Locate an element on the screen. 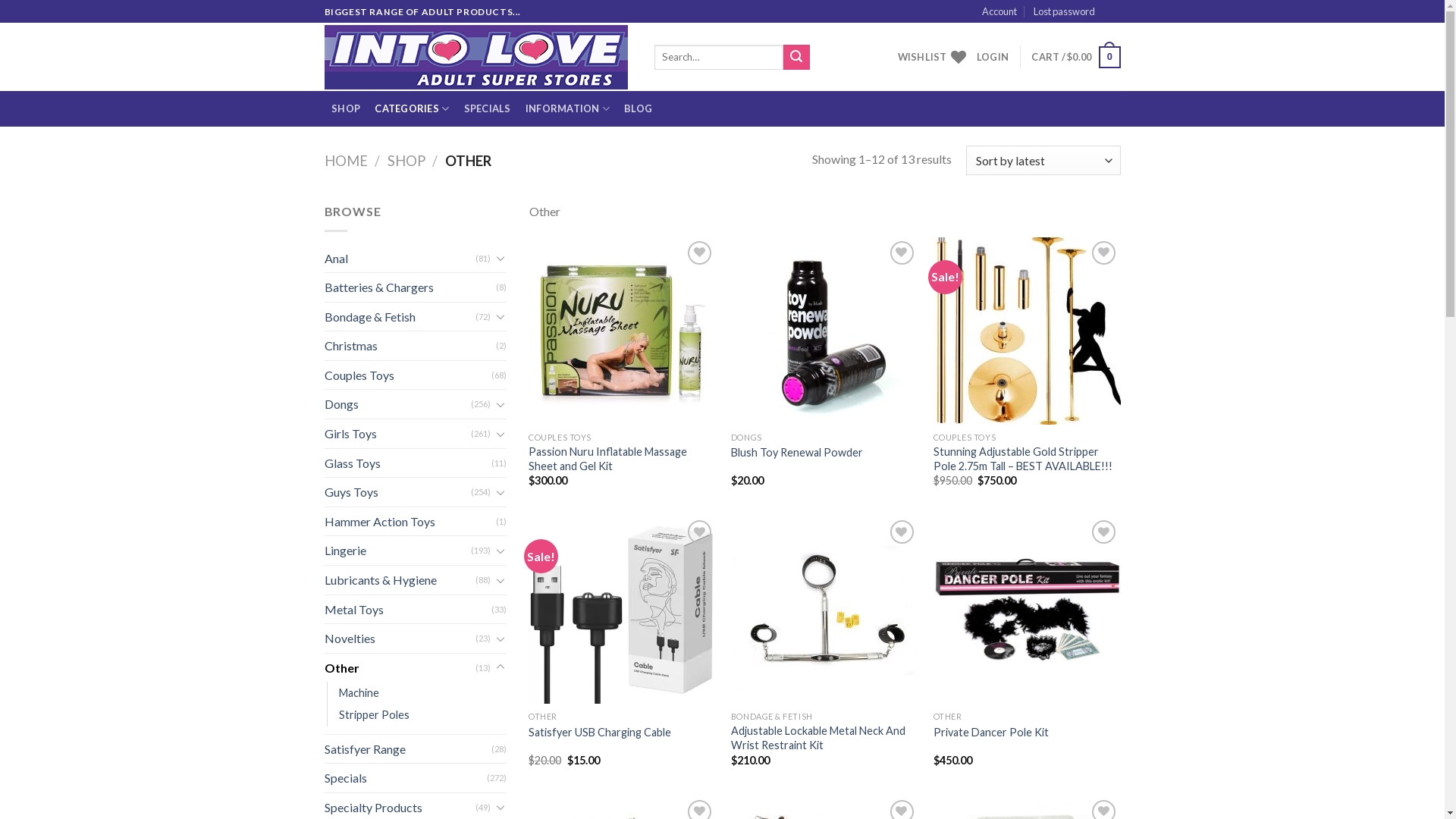 The image size is (1456, 819). 'WISHLIST' is located at coordinates (930, 55).